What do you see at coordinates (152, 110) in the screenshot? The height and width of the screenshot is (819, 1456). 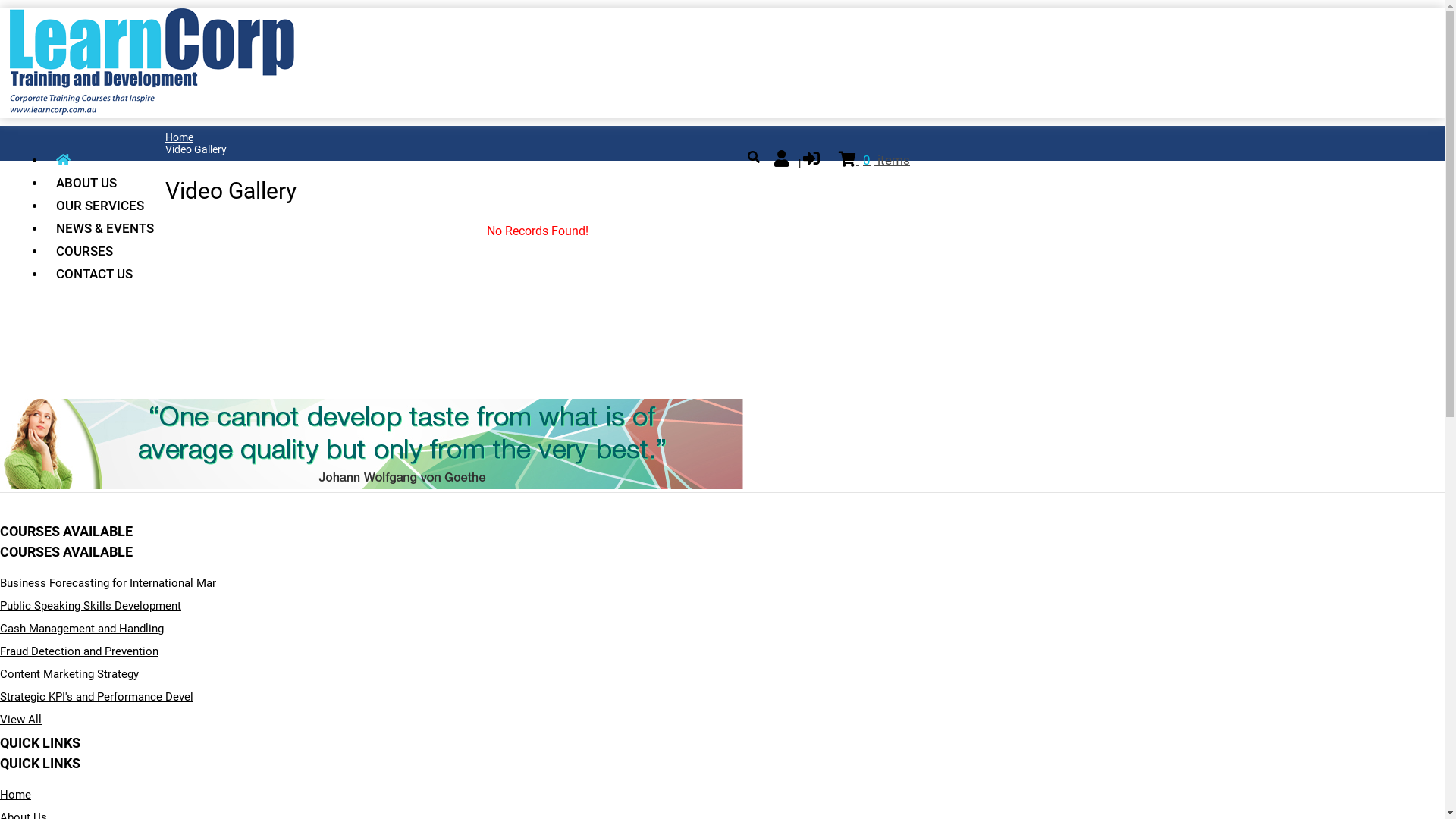 I see `'LearnCorp Training'` at bounding box center [152, 110].